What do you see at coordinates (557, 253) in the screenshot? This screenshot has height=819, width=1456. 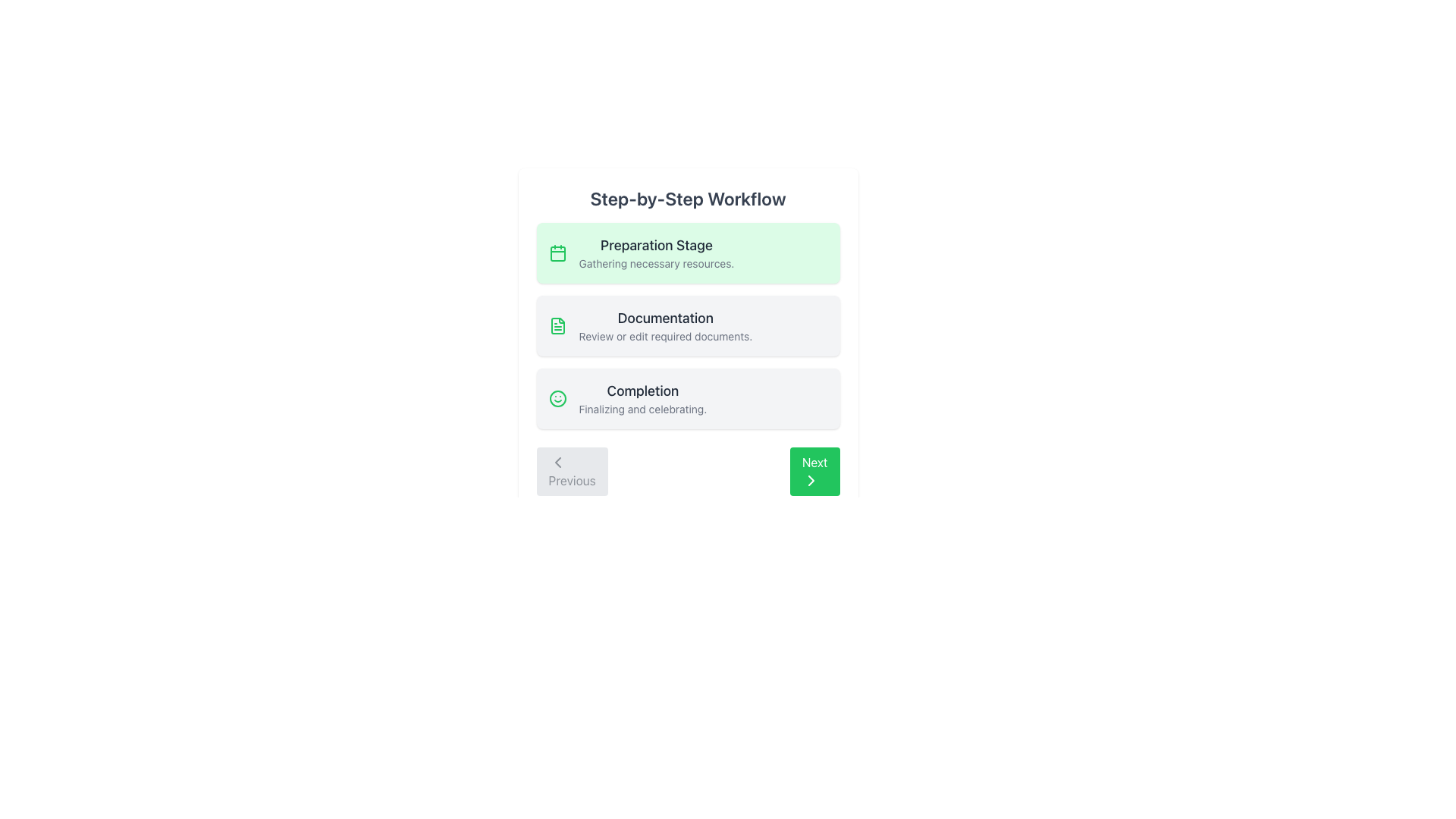 I see `the vibrant green calendar icon located in the highlighted green box labeled 'Preparation Stage'` at bounding box center [557, 253].